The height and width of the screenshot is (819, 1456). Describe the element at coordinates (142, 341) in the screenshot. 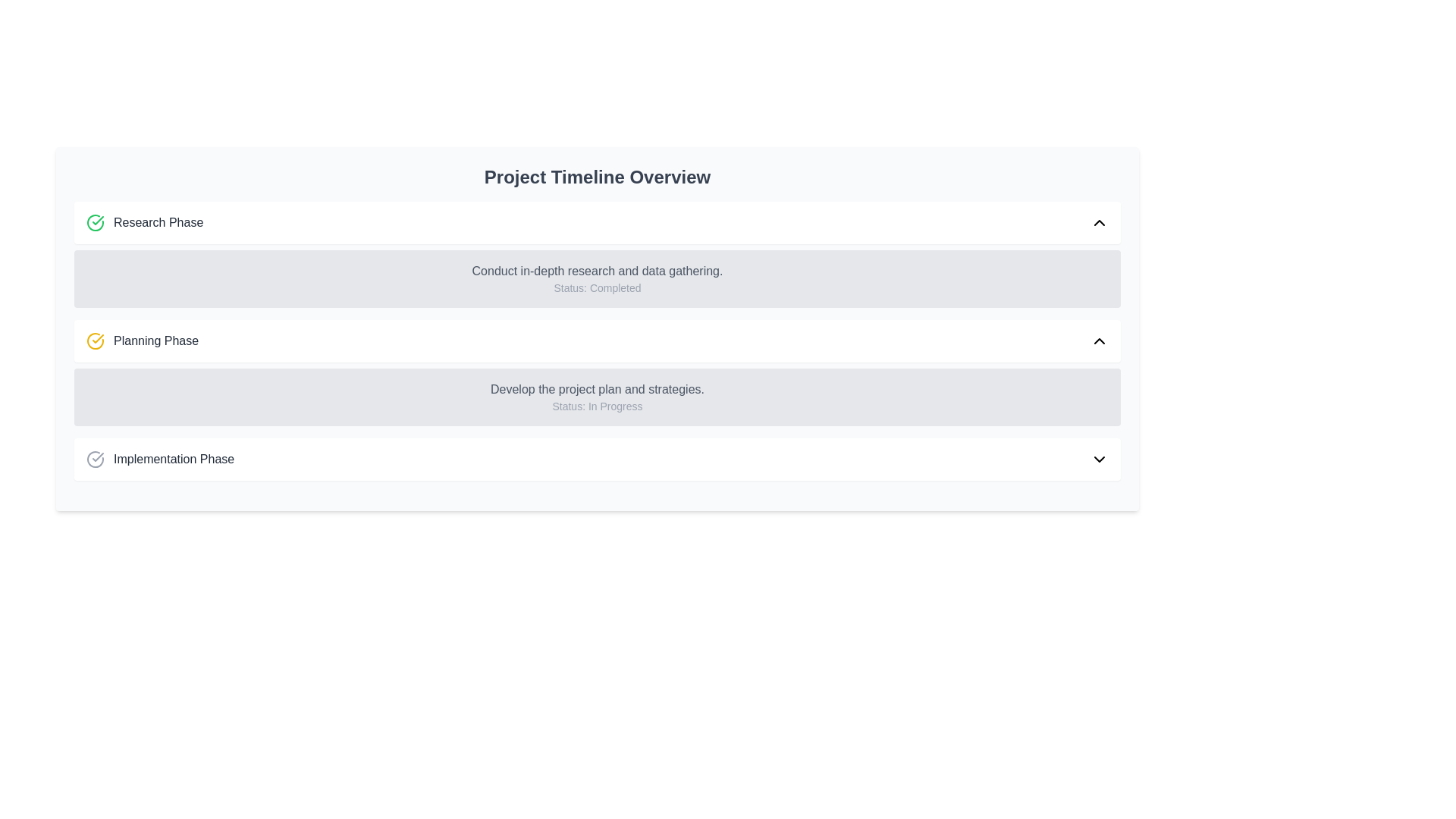

I see `text content of the 'Planning Phase' label with icon located in the second row of the 'Project Timeline Overview' section, positioned between 'Research Phase' and 'Implementation Phase'` at that location.